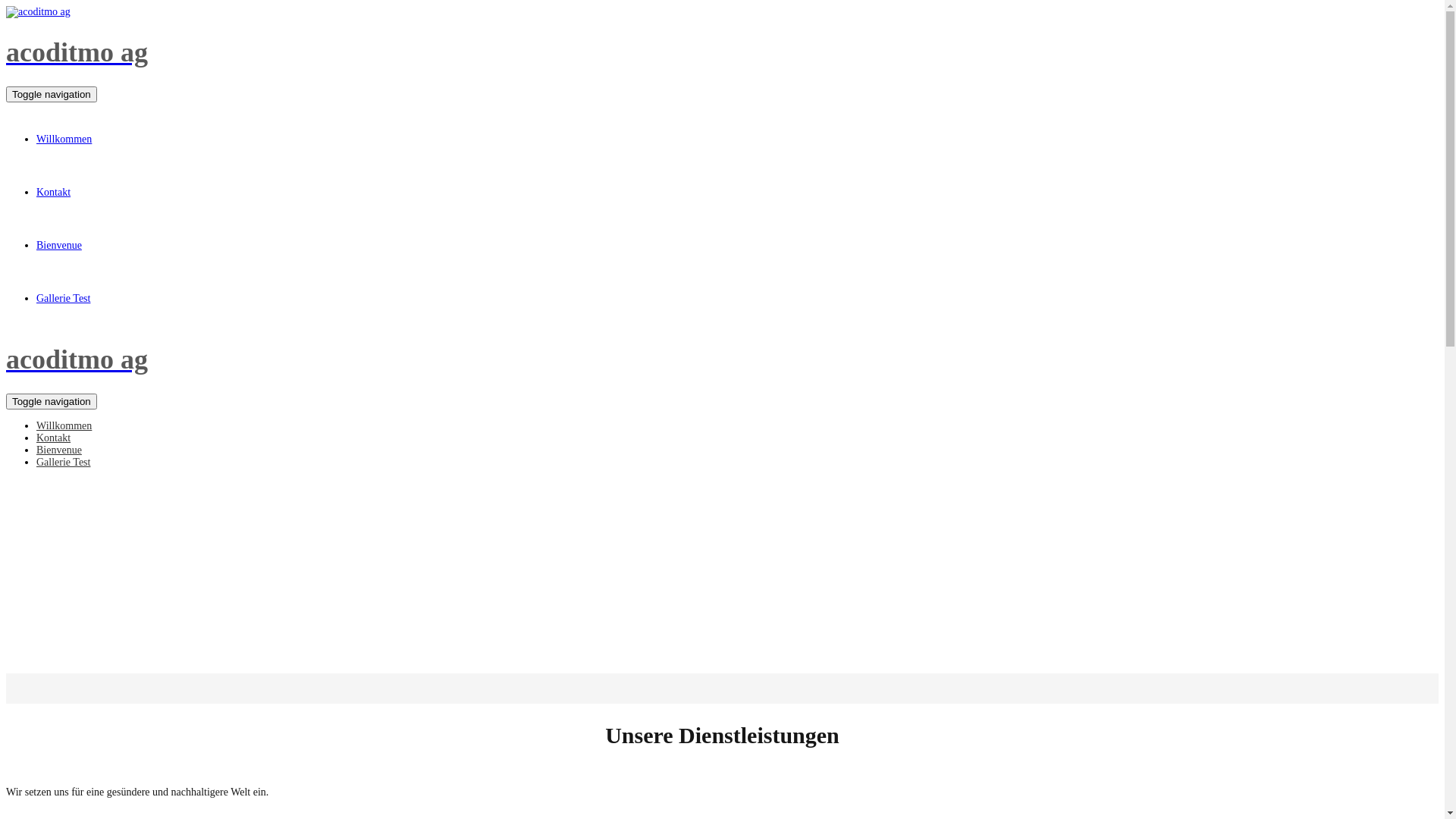 The width and height of the screenshot is (1456, 819). I want to click on 'acoditmo ag', so click(721, 52).